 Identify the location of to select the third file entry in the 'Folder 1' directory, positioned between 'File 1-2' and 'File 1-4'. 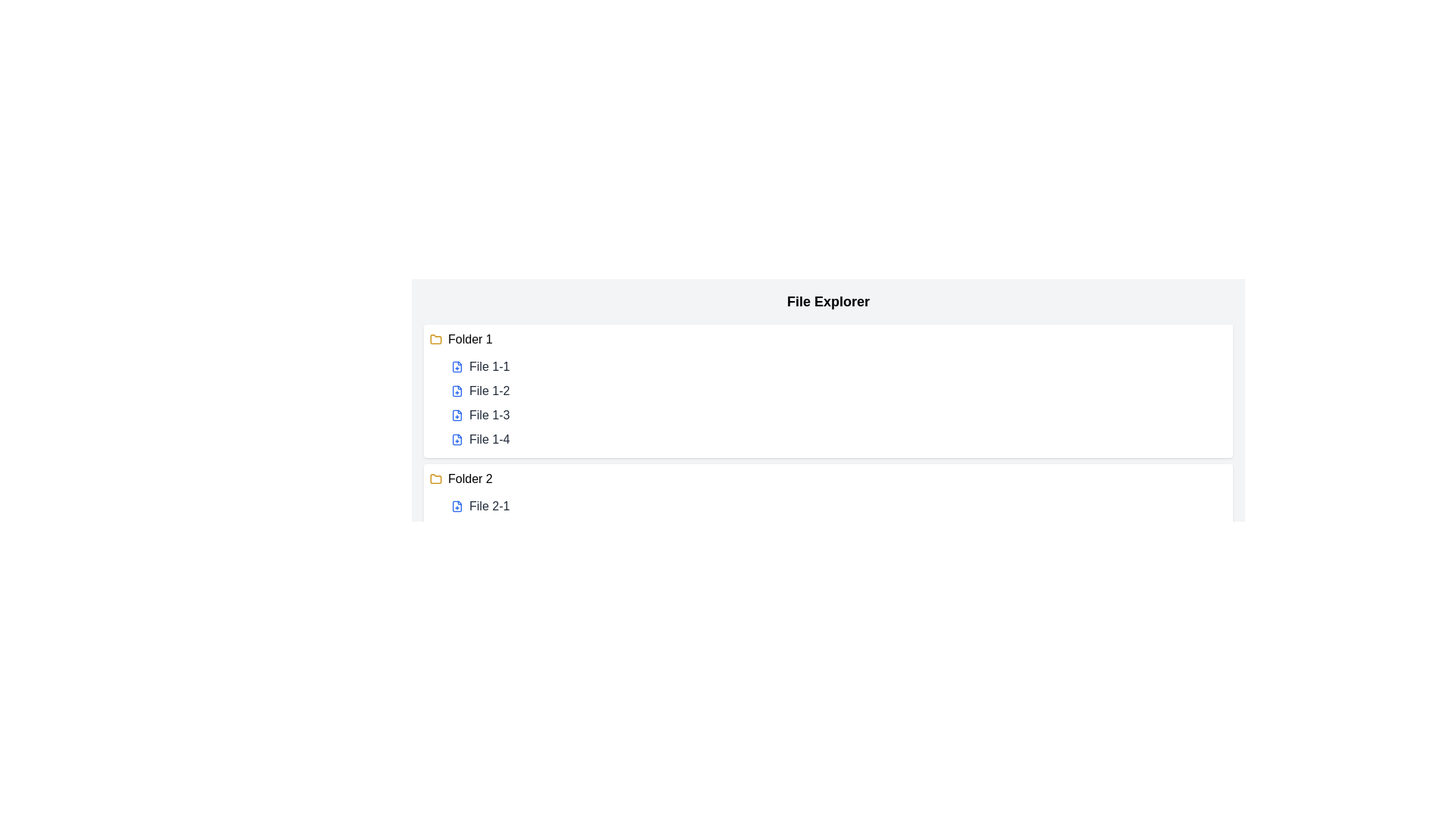
(489, 415).